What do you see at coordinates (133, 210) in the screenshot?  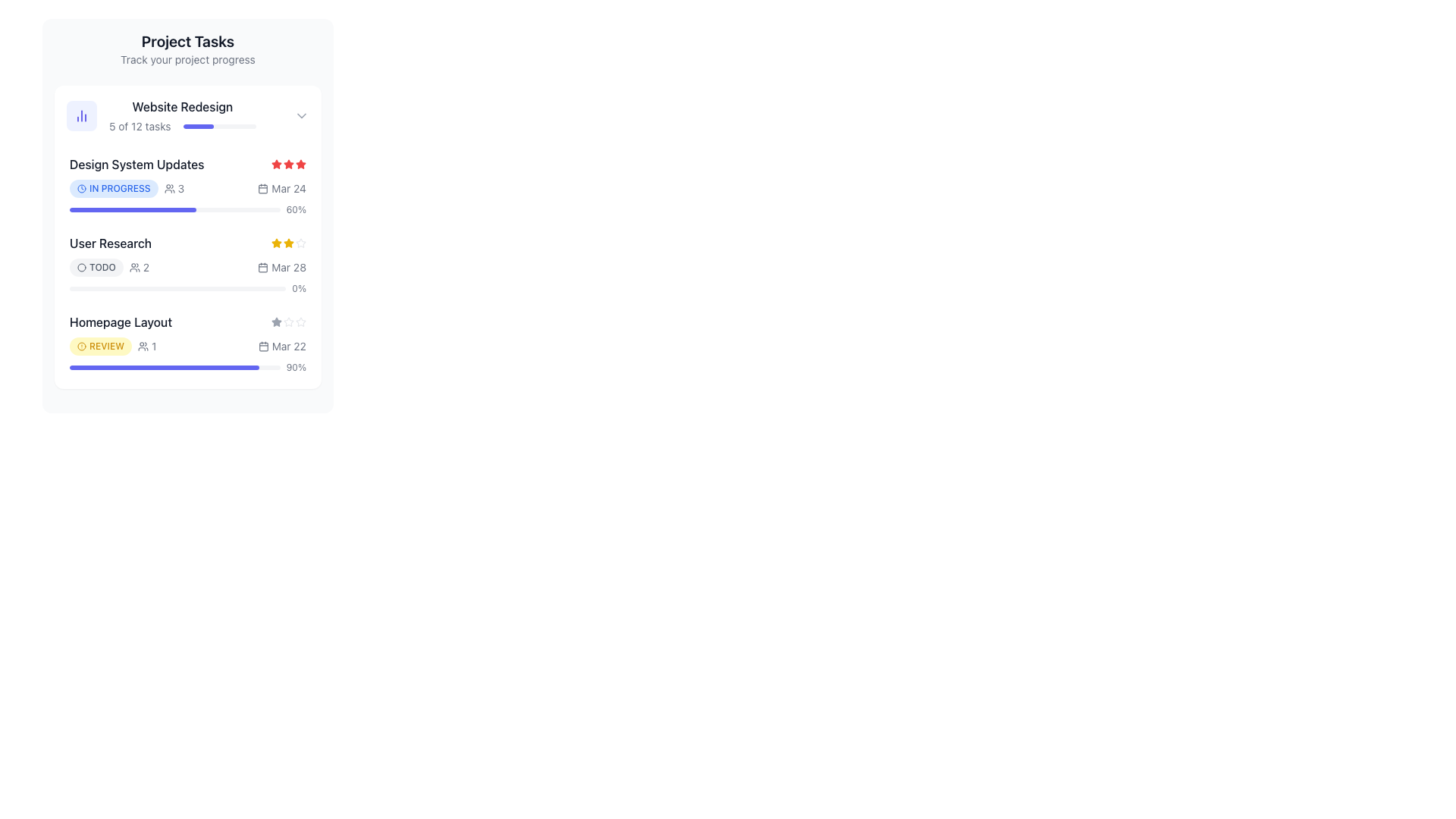 I see `the progress bar segment that visually represents 60% progress for the task associated with 'Design System Updates.'` at bounding box center [133, 210].